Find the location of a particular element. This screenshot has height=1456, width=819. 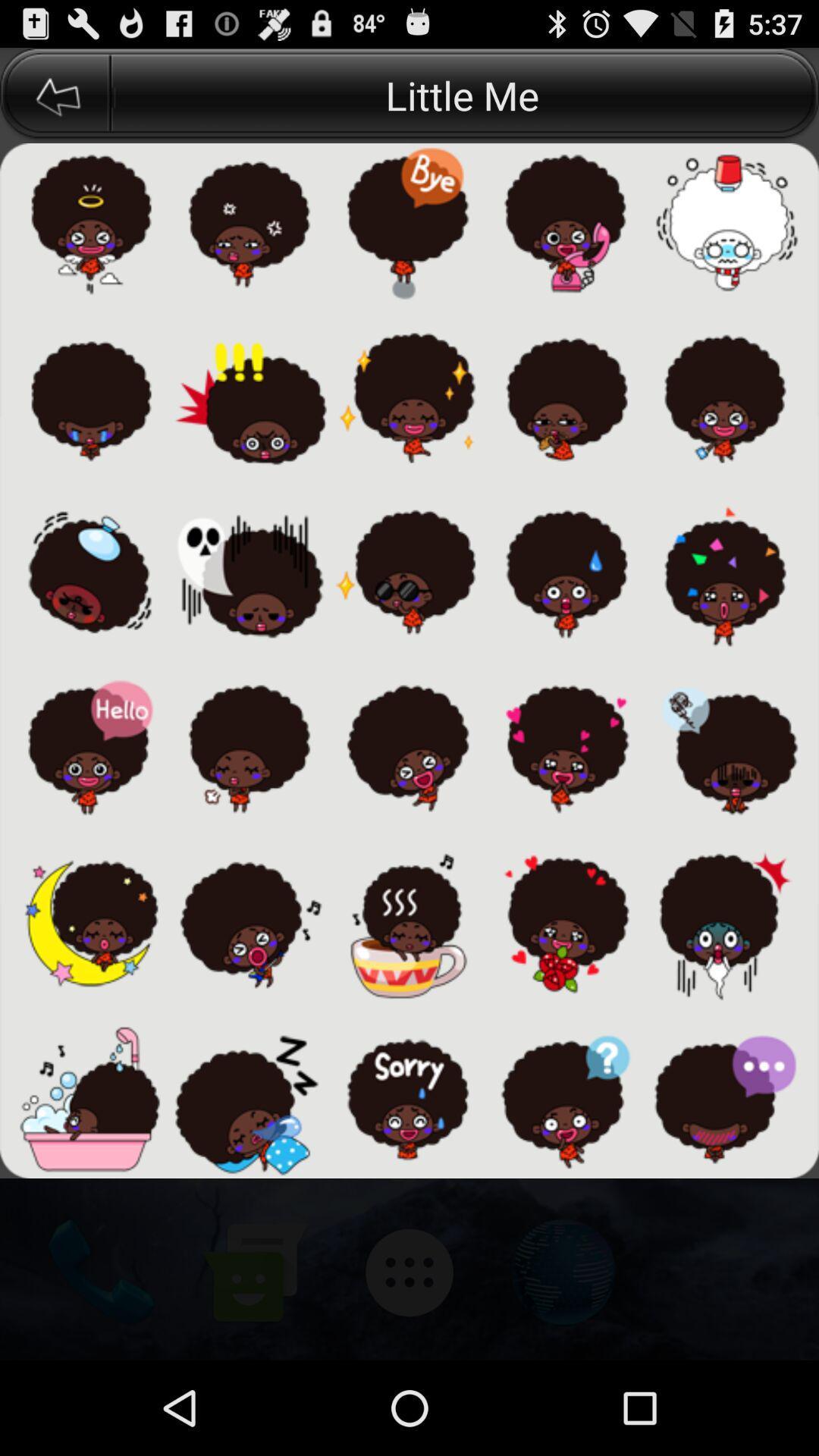

the arrow_backward icon is located at coordinates (55, 101).